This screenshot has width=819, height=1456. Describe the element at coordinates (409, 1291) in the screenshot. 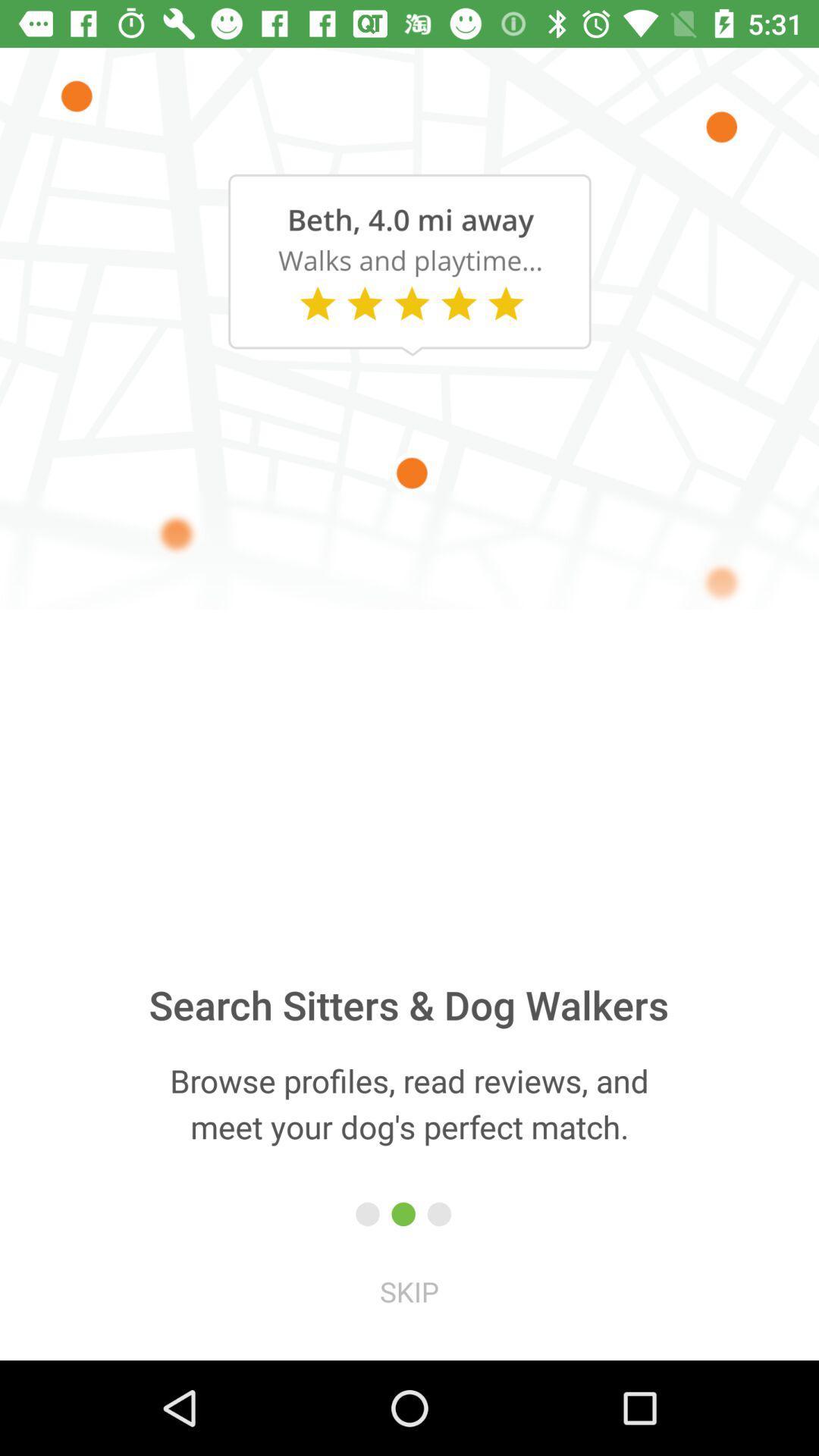

I see `skip item` at that location.